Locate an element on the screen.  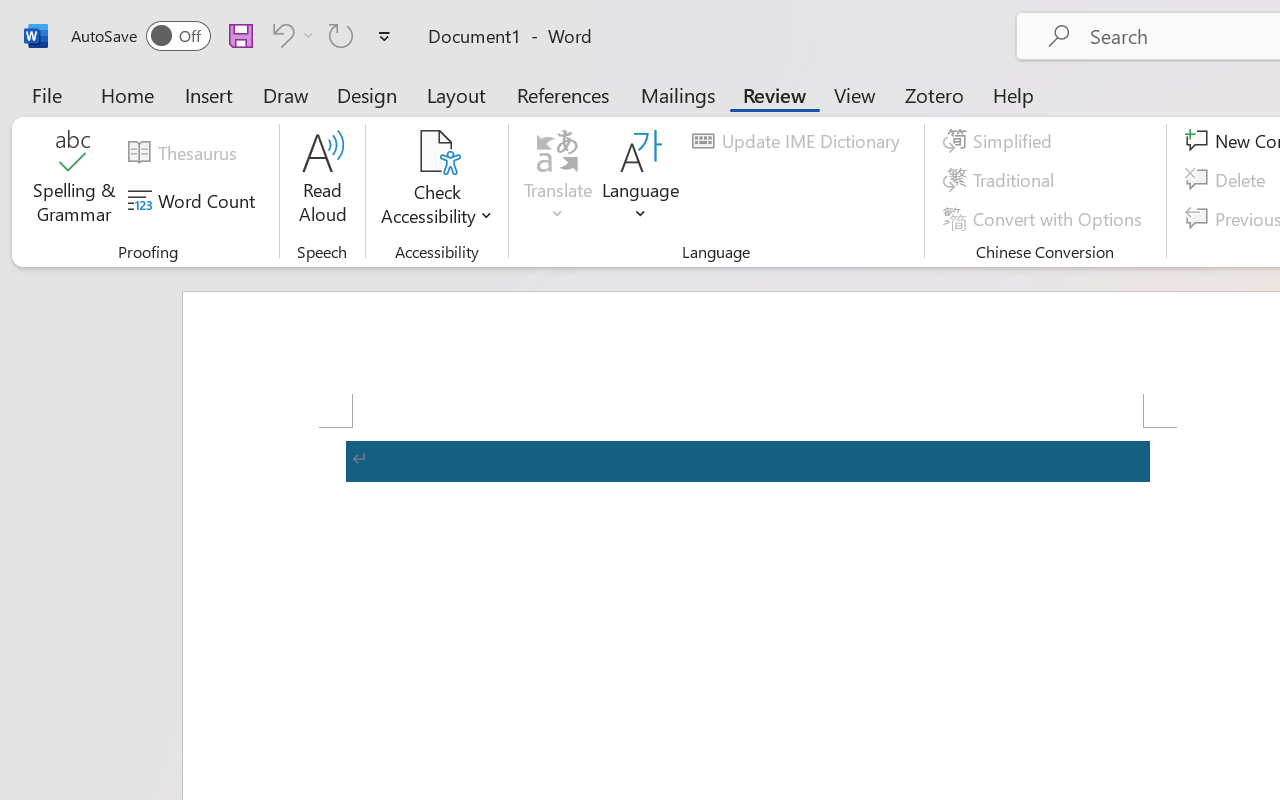
'Check Accessibility' is located at coordinates (436, 179).